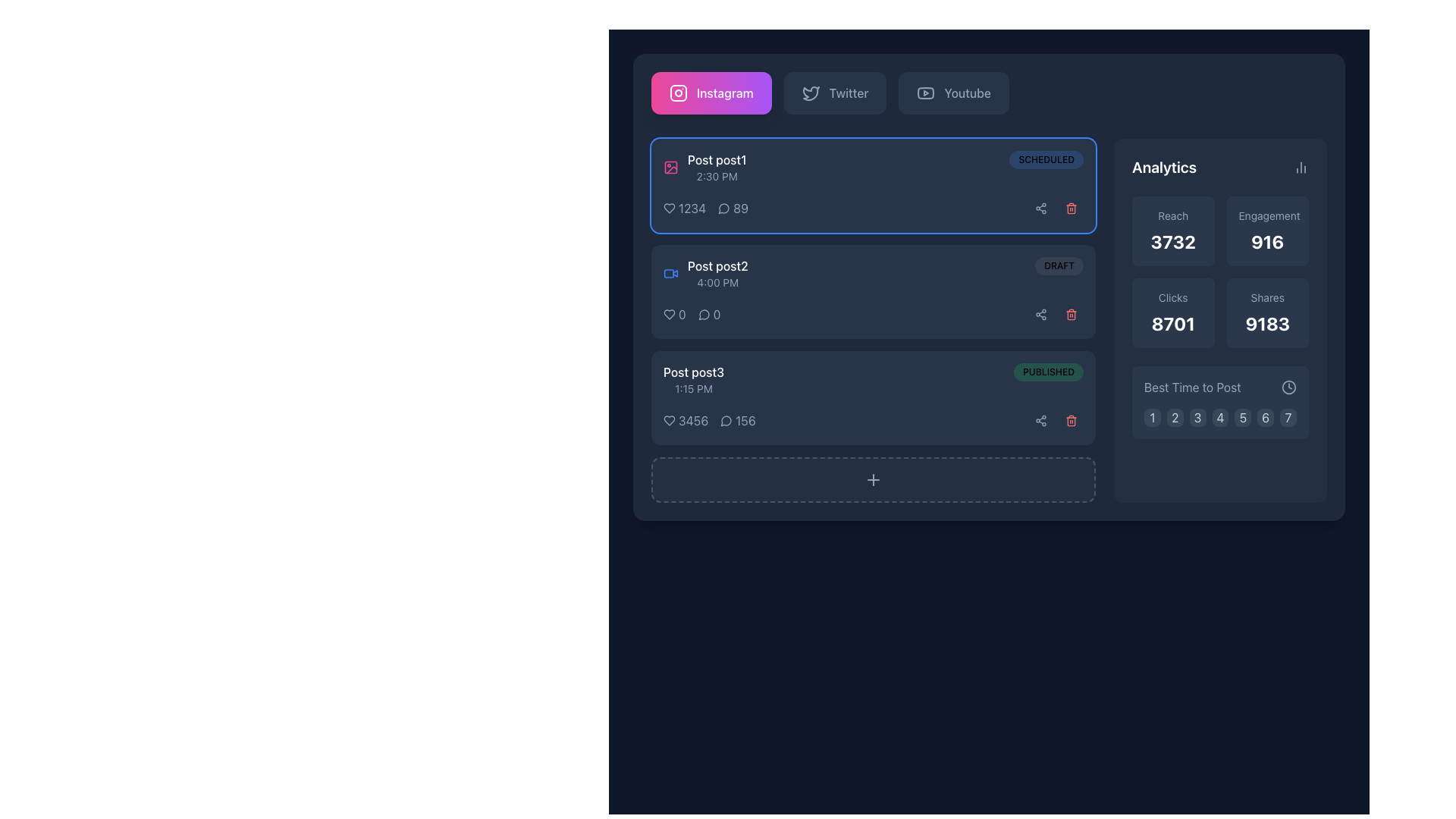 This screenshot has height=819, width=1456. What do you see at coordinates (693, 379) in the screenshot?
I see `the text block containing the title and timestamp of the third post` at bounding box center [693, 379].